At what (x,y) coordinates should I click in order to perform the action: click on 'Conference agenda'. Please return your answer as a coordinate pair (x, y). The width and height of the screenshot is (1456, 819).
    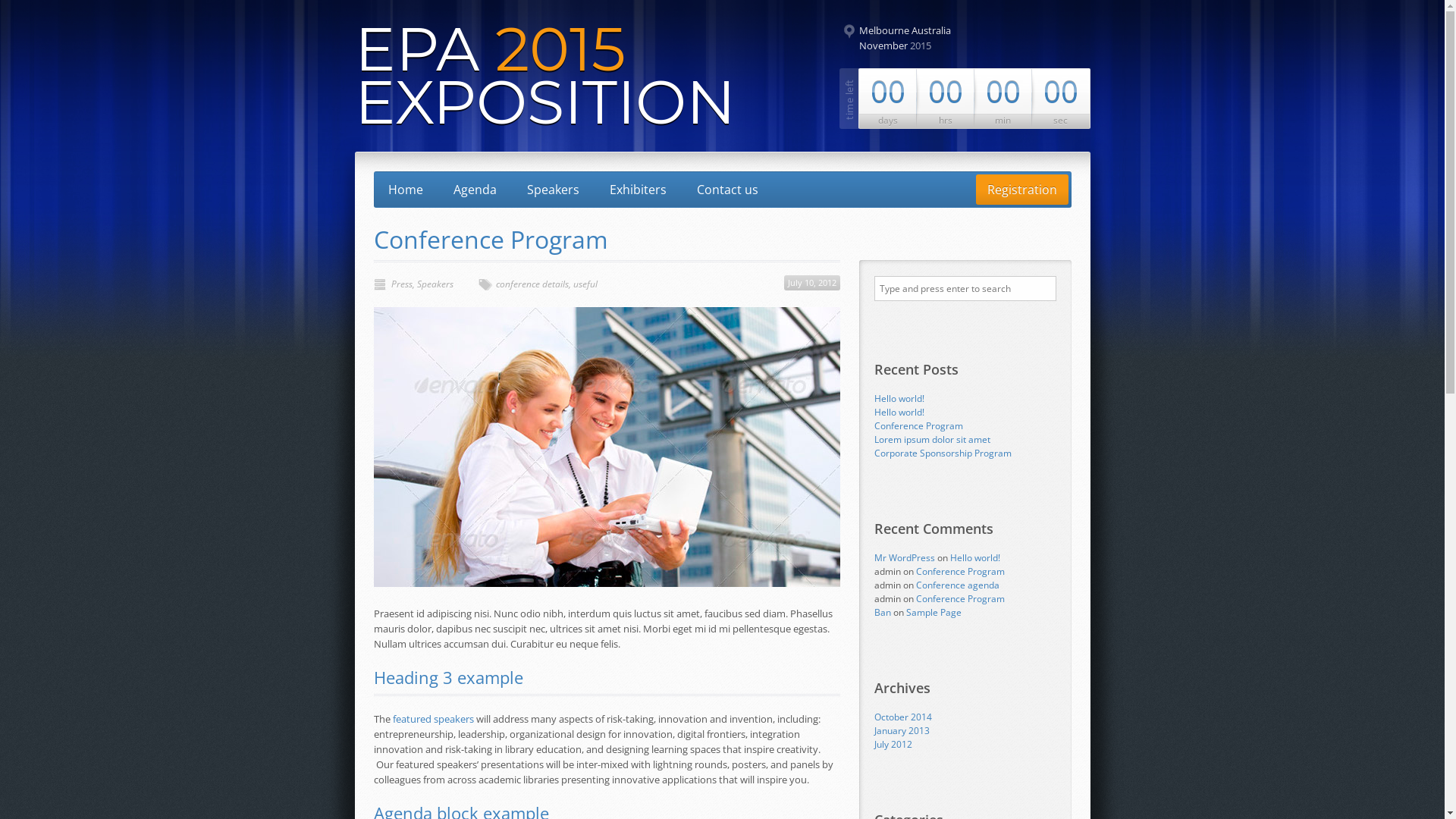
    Looking at the image, I should click on (956, 584).